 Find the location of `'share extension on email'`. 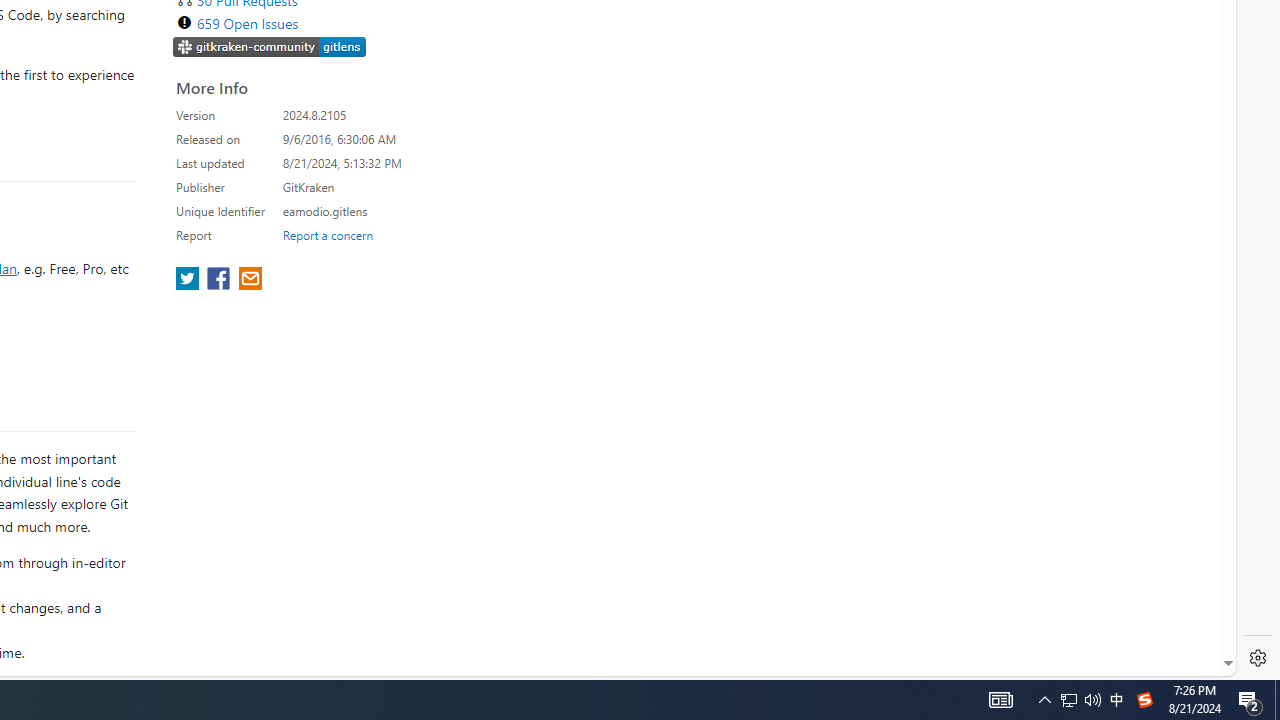

'share extension on email' is located at coordinates (248, 280).